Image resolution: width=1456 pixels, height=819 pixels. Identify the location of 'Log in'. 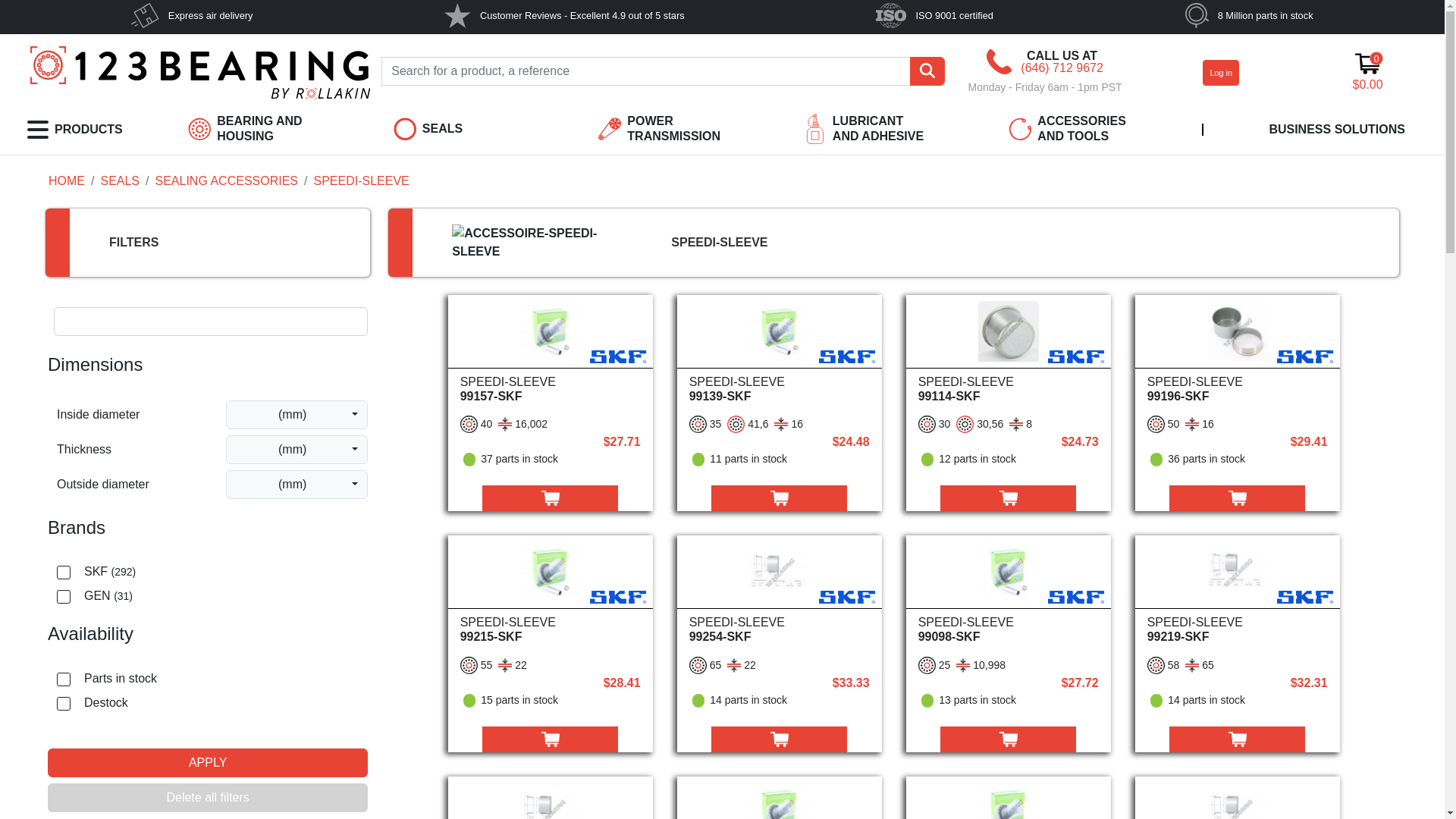
(1220, 73).